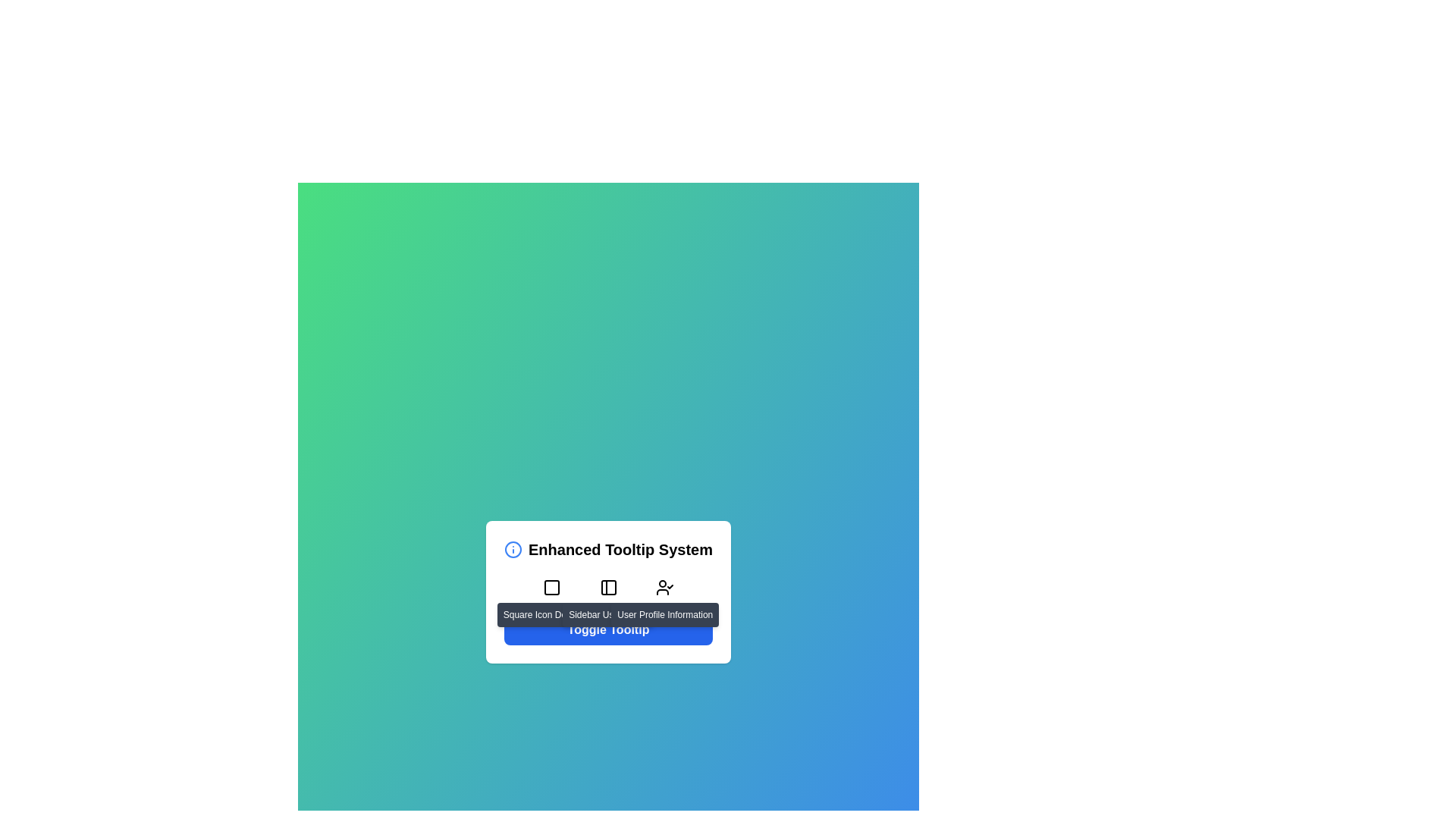 This screenshot has height=819, width=1456. I want to click on elements surrounding the Tooltip that provides information about 'Sidebar Usage Tips', which appears beneath the sidebar icon in the main content area, so click(607, 614).